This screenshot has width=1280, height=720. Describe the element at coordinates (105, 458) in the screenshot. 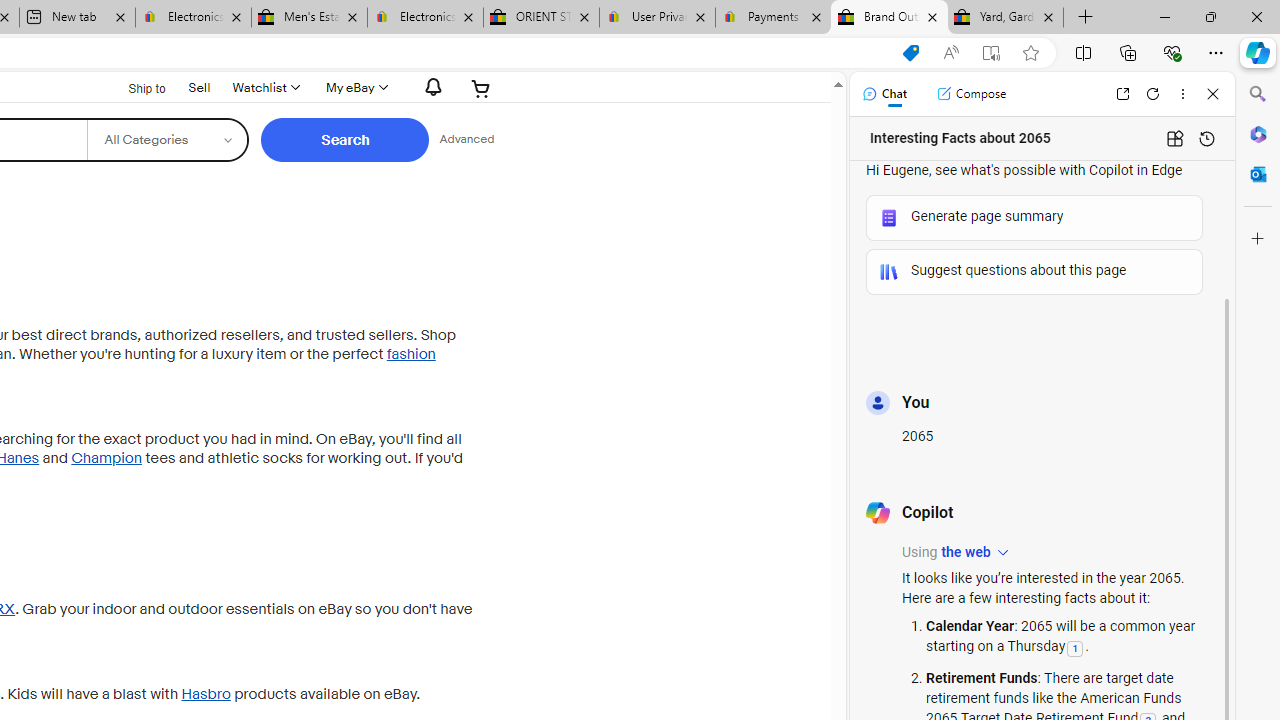

I see `'Champion'` at that location.